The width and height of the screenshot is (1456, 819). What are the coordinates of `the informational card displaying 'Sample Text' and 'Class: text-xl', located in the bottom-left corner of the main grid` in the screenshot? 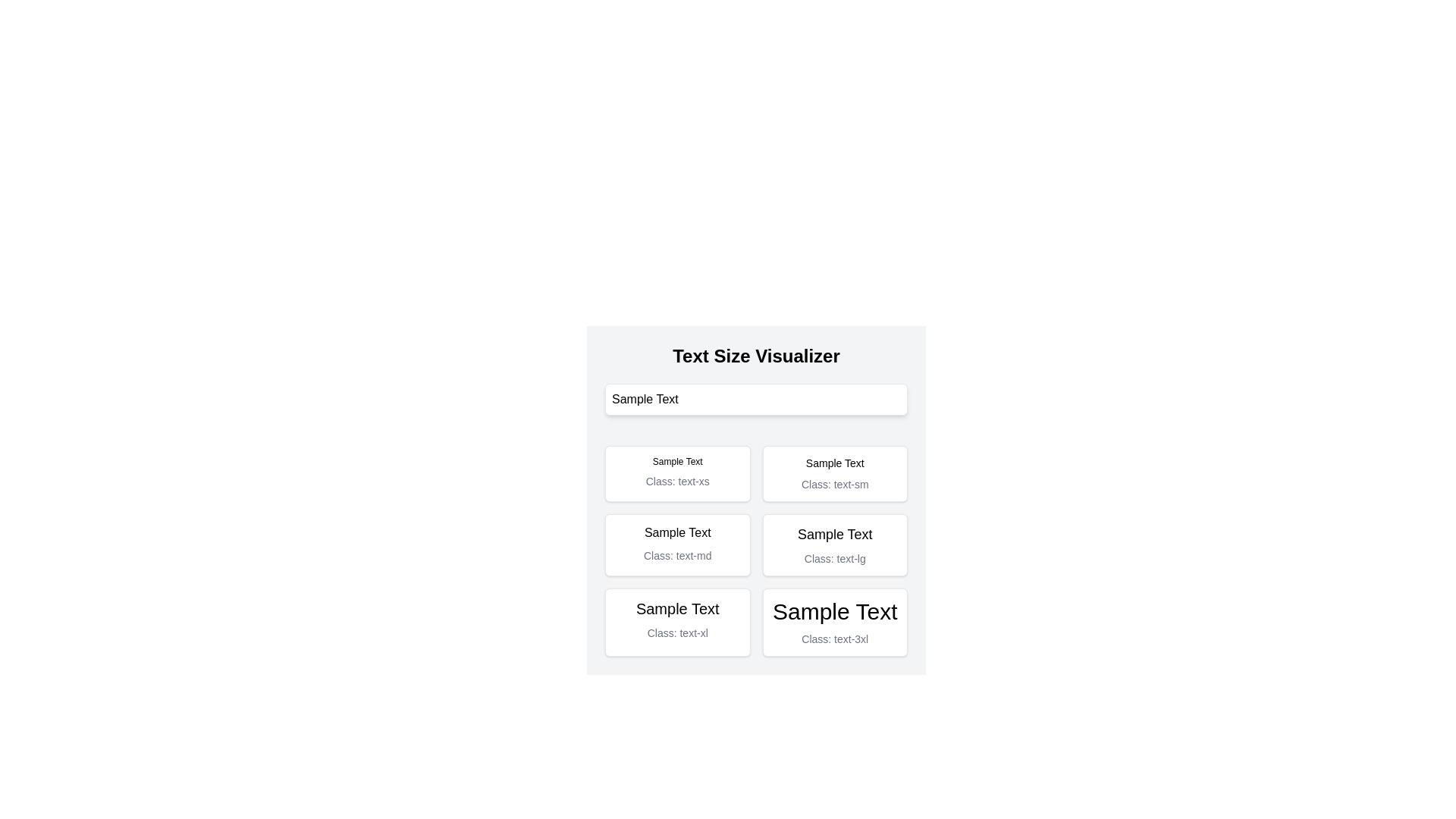 It's located at (676, 623).